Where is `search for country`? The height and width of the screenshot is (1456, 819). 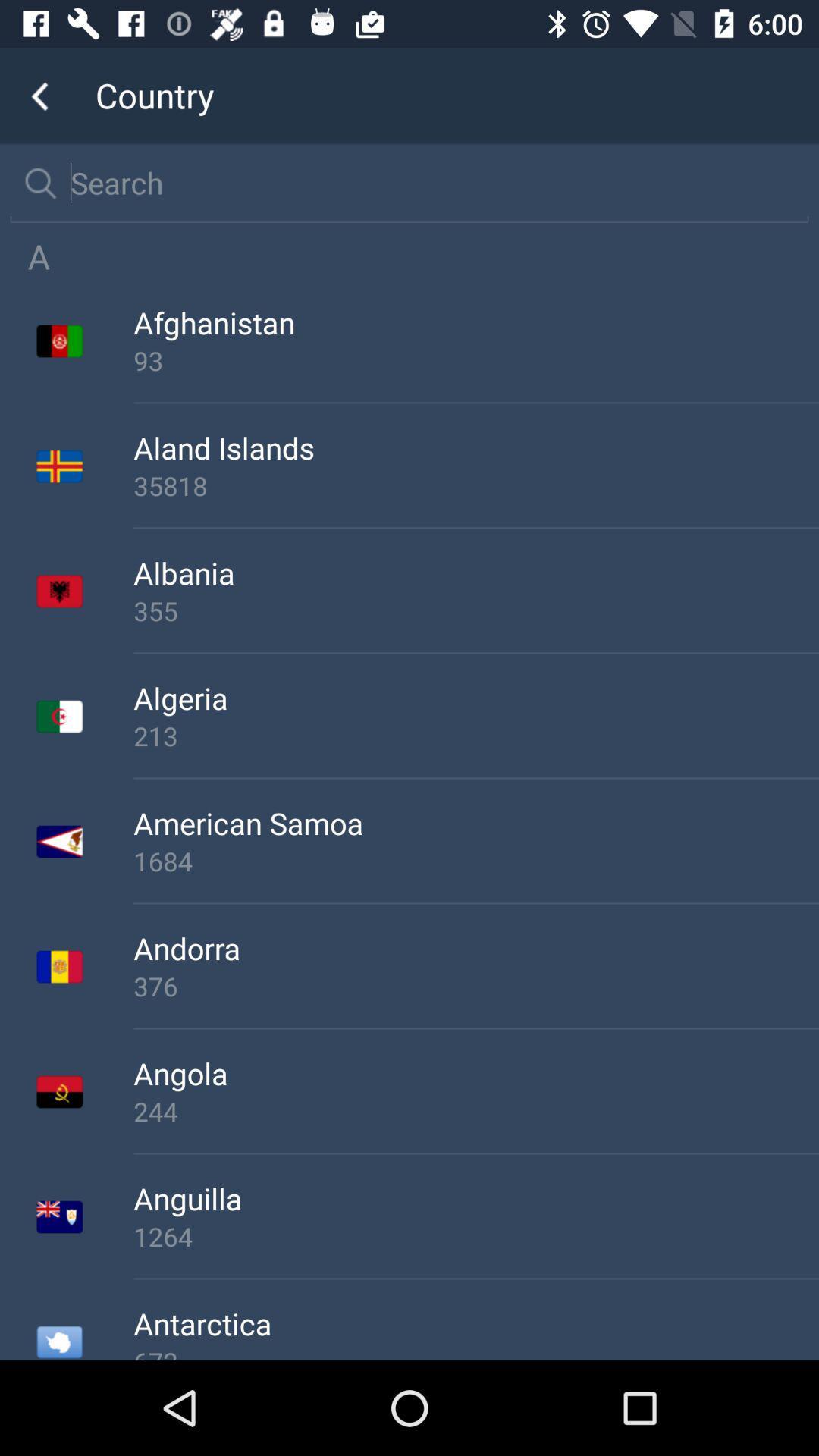
search for country is located at coordinates (429, 182).